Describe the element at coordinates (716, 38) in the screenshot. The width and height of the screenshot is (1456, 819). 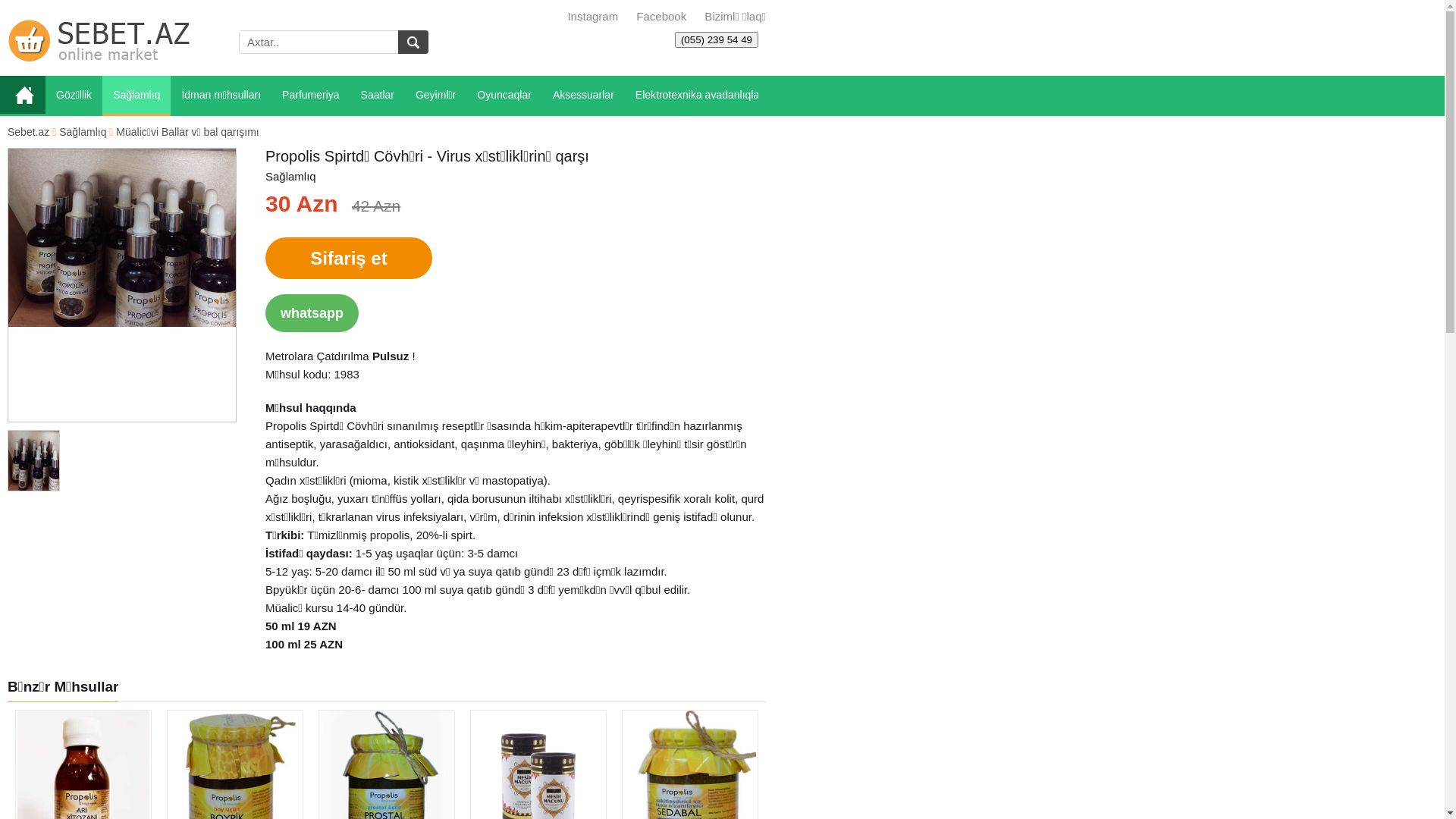
I see `'(055) 239 54 49'` at that location.